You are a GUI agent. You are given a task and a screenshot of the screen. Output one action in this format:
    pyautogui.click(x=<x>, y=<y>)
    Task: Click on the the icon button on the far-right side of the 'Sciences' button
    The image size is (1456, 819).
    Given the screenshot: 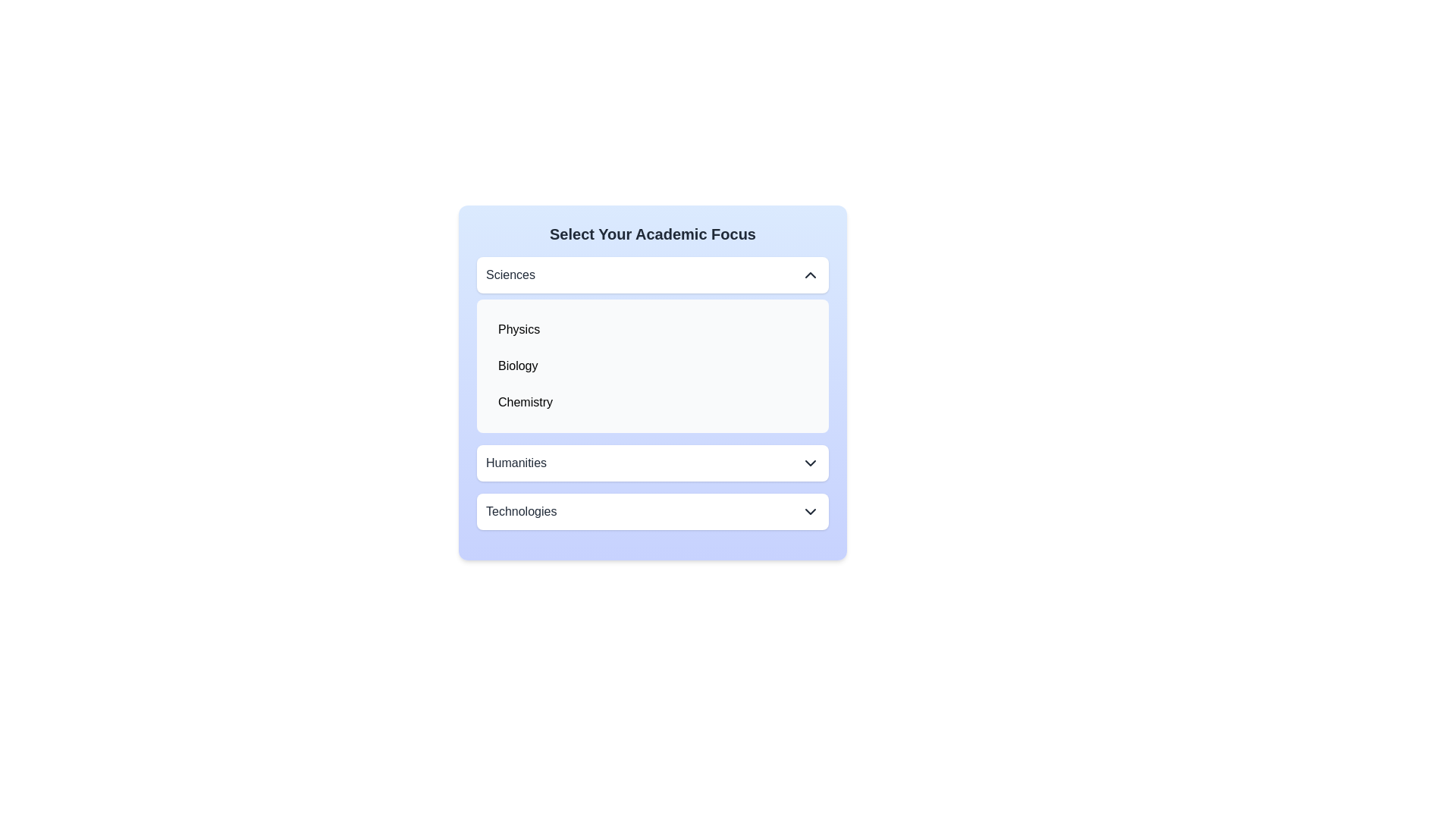 What is the action you would take?
    pyautogui.click(x=810, y=275)
    